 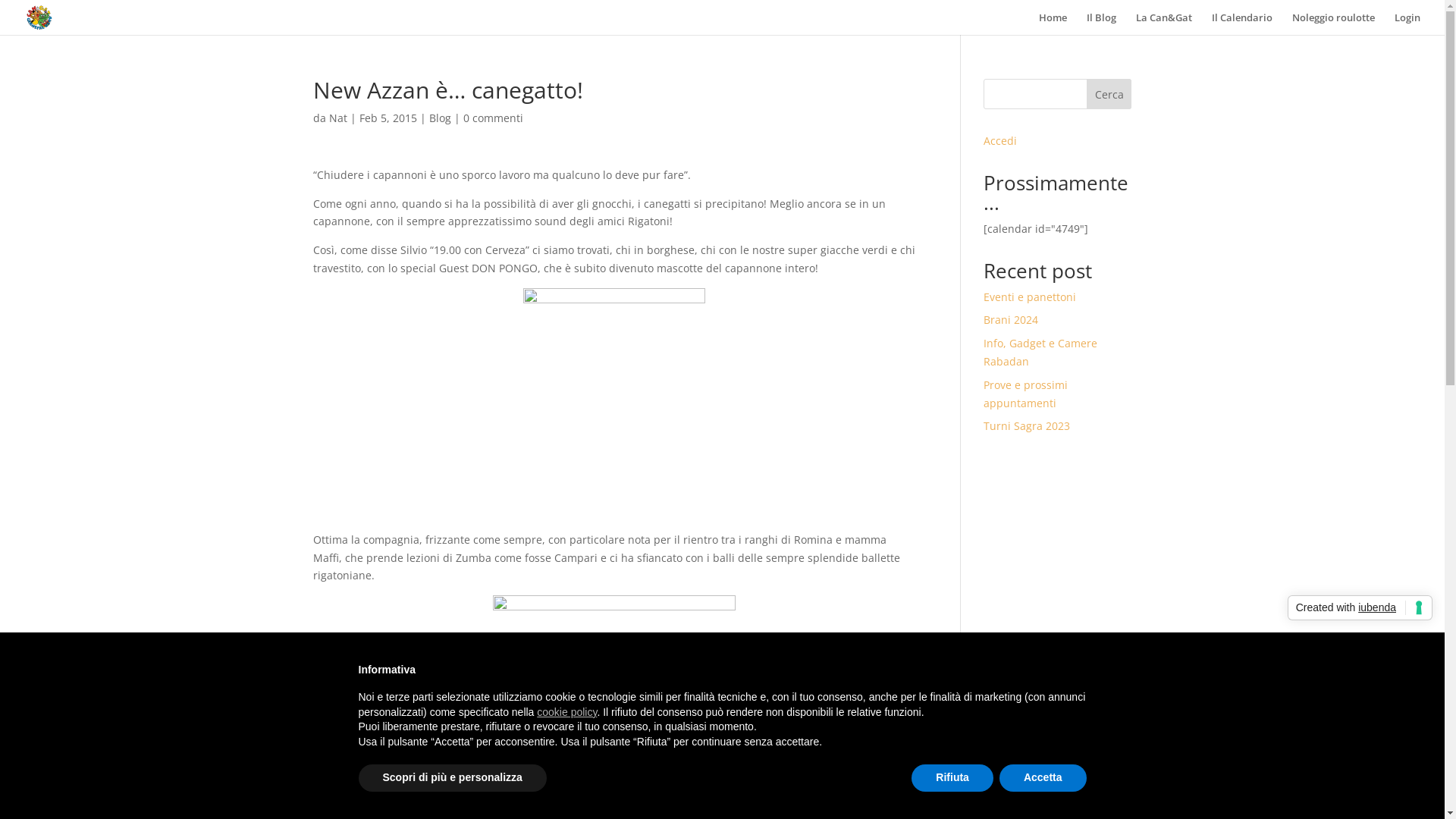 What do you see at coordinates (1101, 23) in the screenshot?
I see `'Il Blog'` at bounding box center [1101, 23].